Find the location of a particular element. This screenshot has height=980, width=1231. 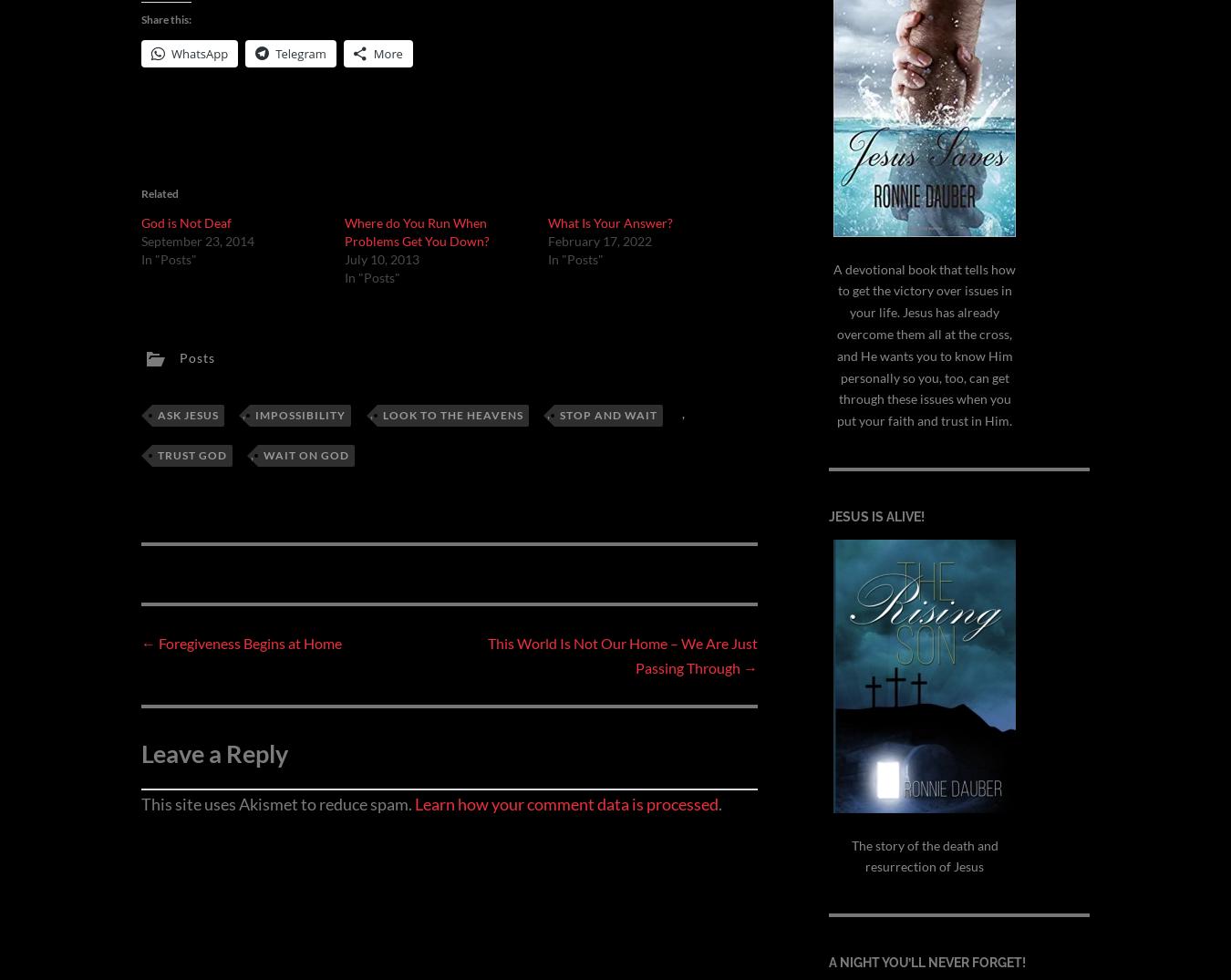

'Jesus is alive!' is located at coordinates (875, 516).